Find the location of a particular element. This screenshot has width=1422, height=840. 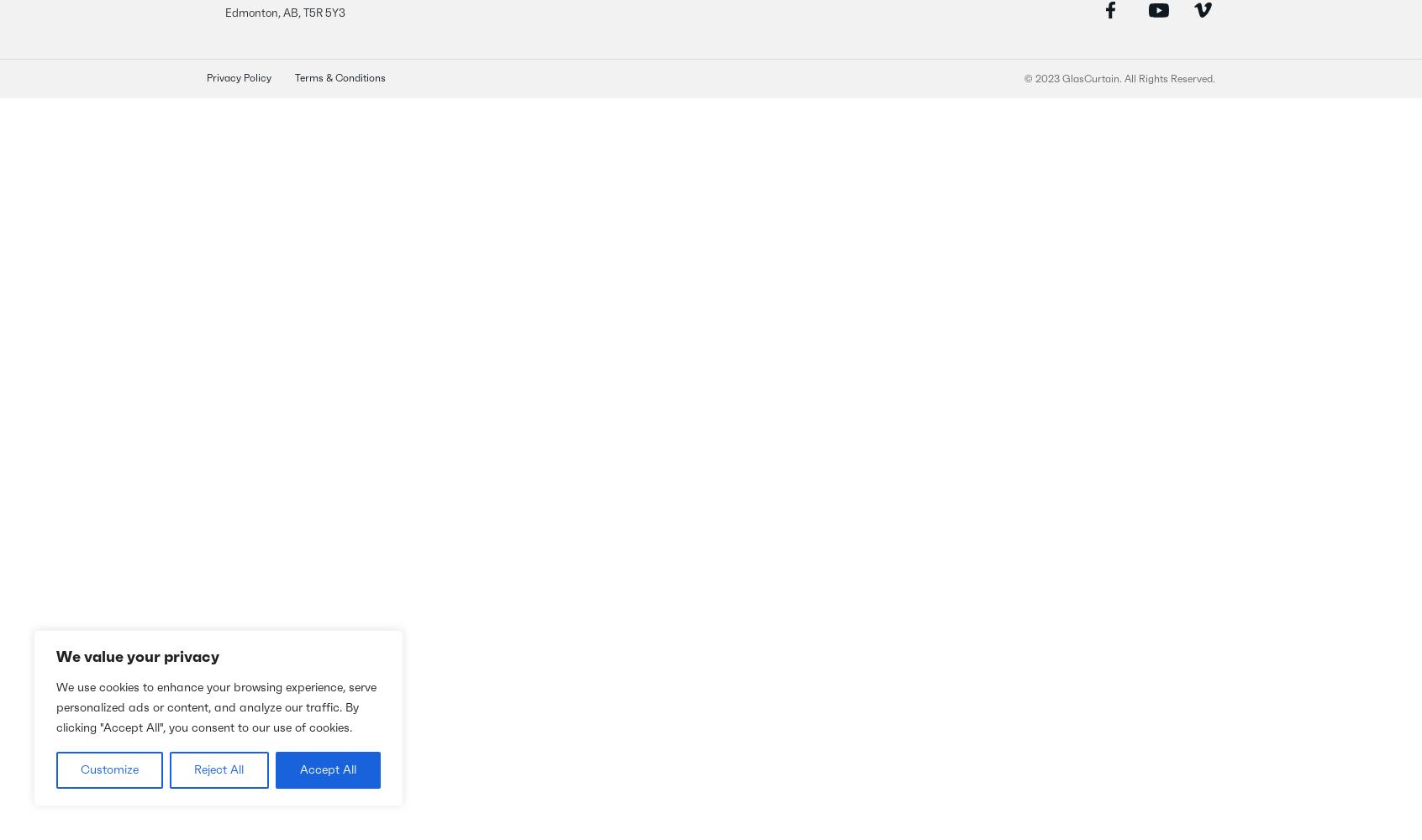

'Edmonton, AB, T5R 5Y3' is located at coordinates (284, 13).